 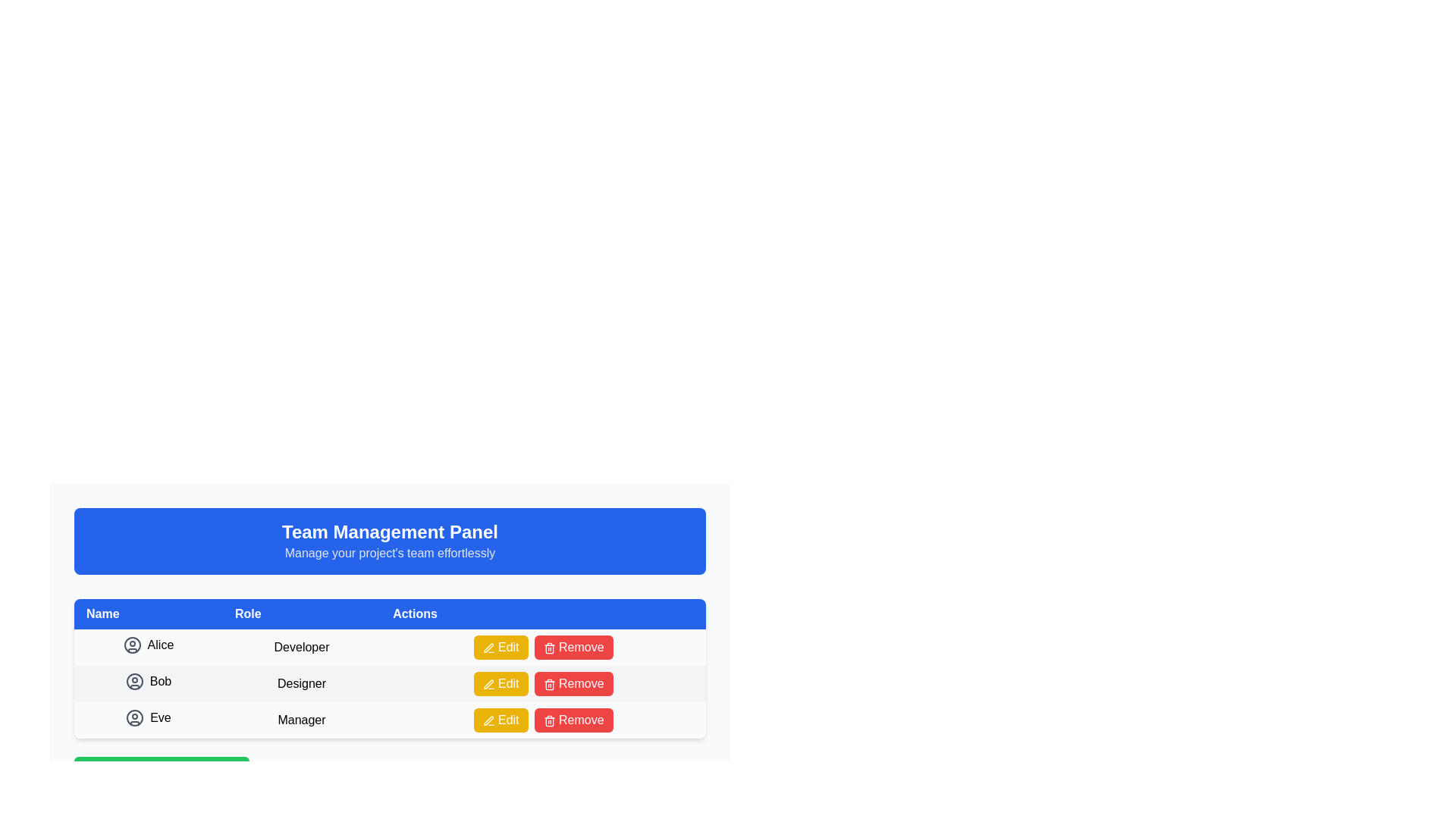 What do you see at coordinates (543, 684) in the screenshot?
I see `the 'Remove' button, which is the red button with a trashcan icon located in the Actions column for Bob, the Designer` at bounding box center [543, 684].